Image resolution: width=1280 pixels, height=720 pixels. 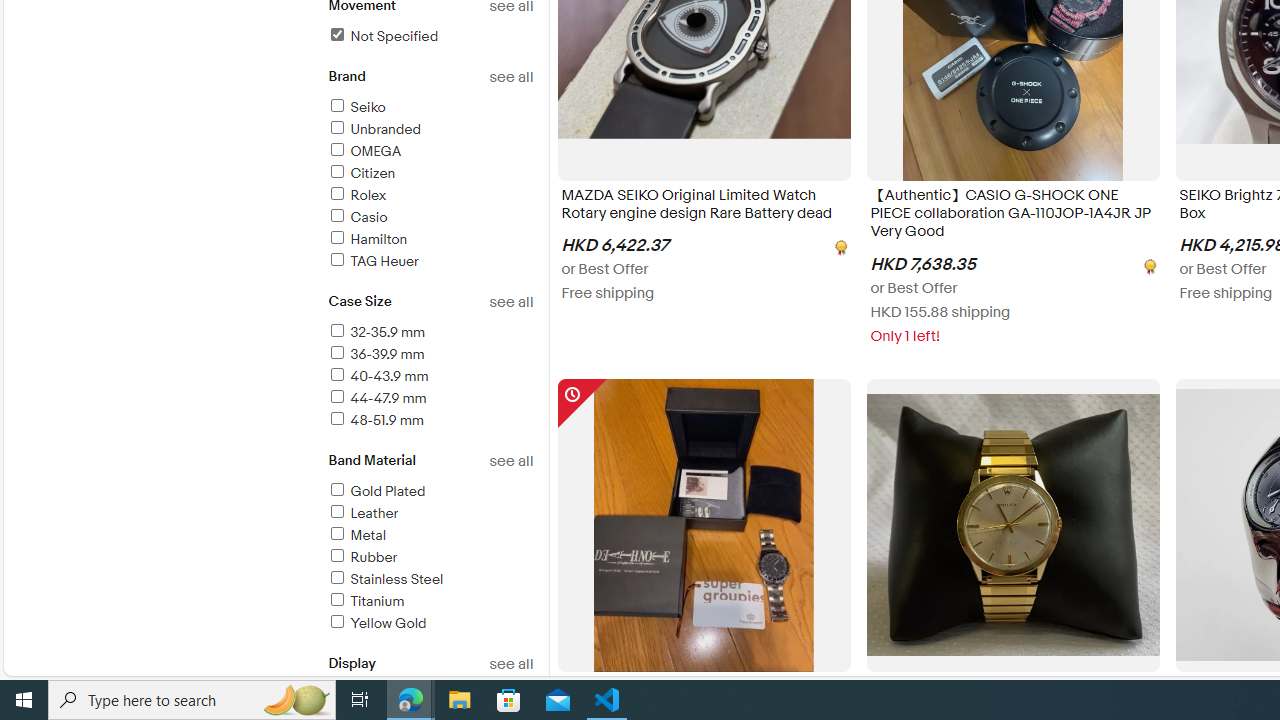 I want to click on 'Rubber', so click(x=429, y=558).